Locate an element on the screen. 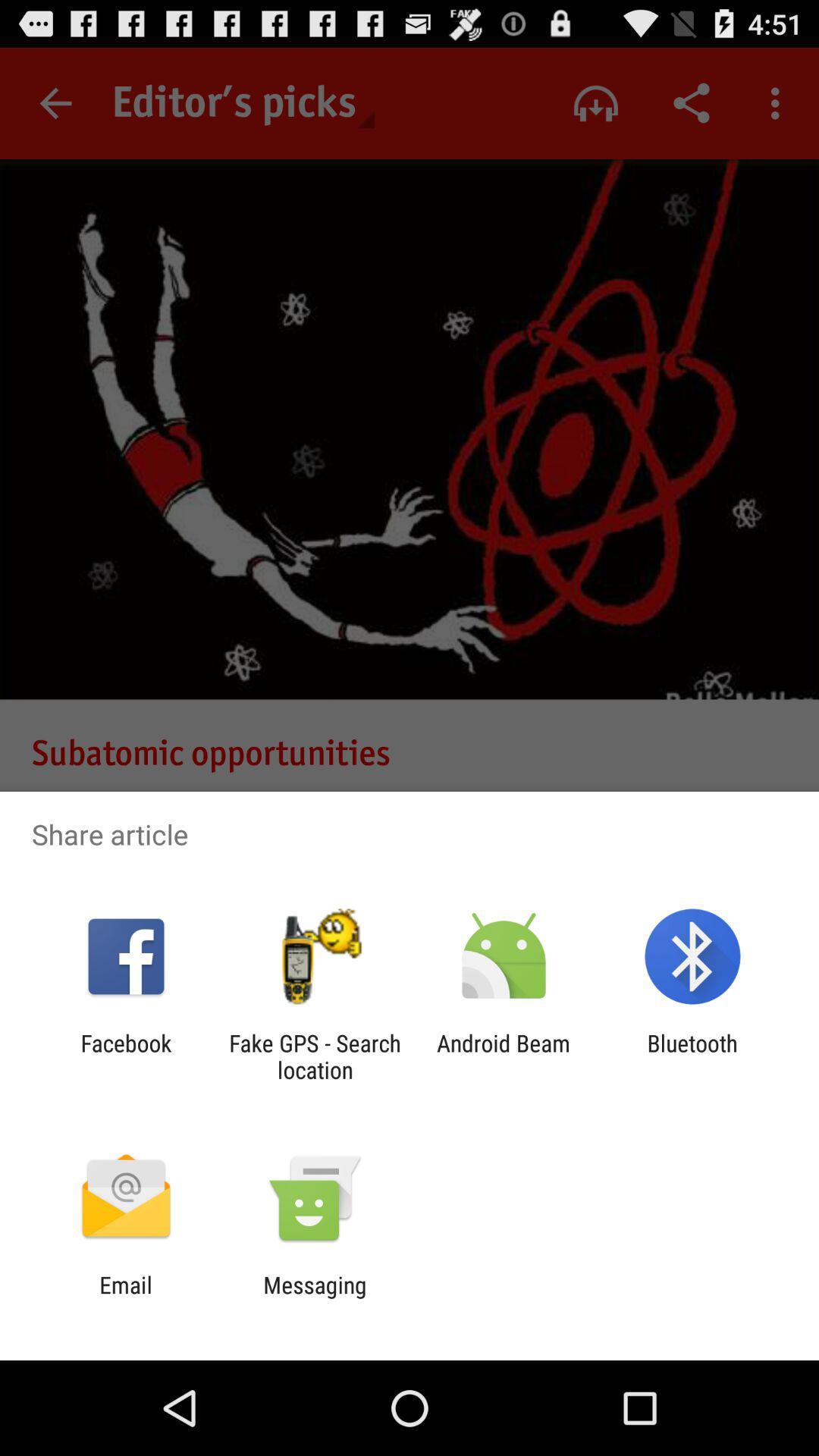 The width and height of the screenshot is (819, 1456). the app to the right of email app is located at coordinates (314, 1298).